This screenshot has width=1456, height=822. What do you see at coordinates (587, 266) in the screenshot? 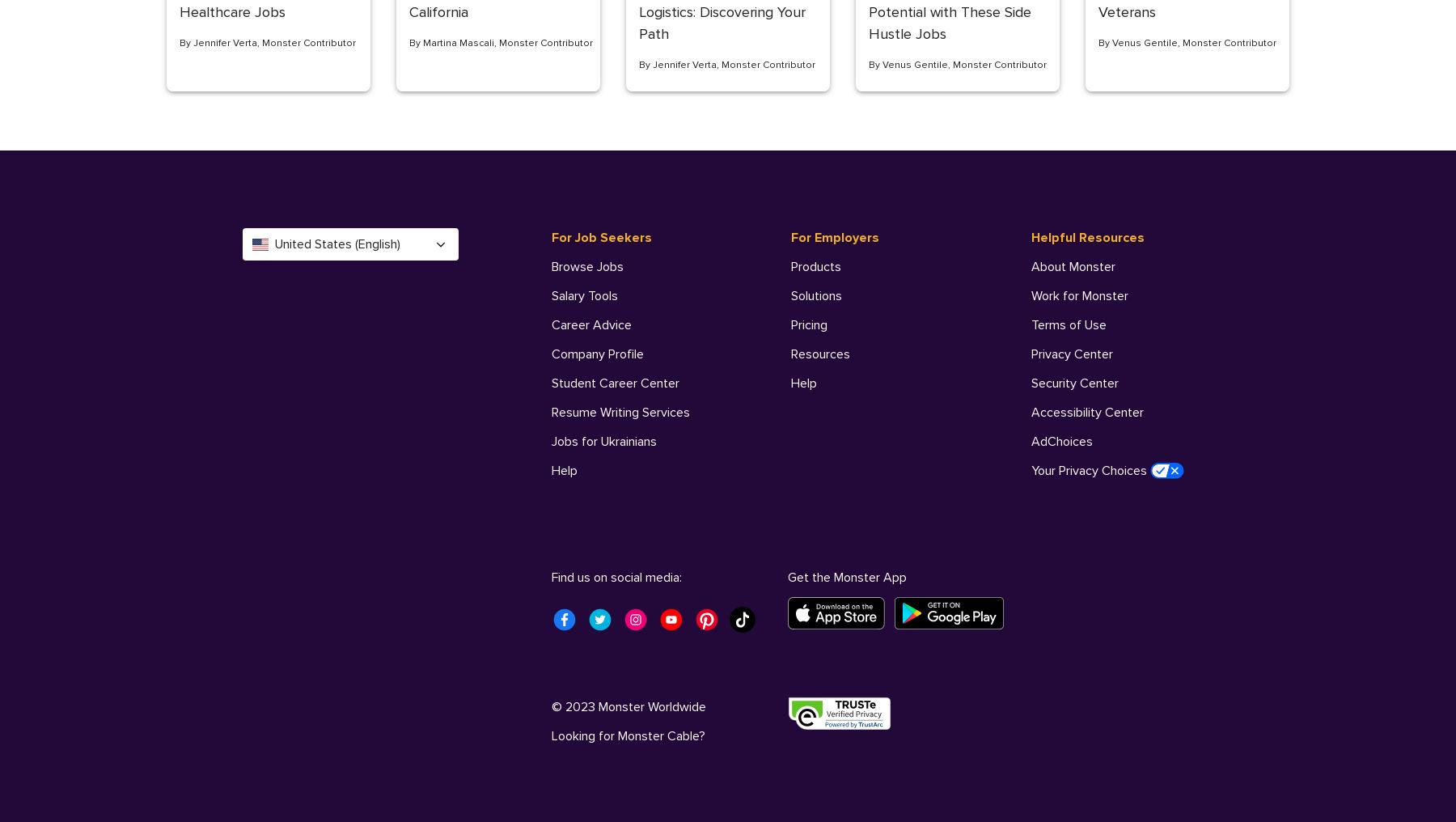
I see `'Browse Jobs'` at bounding box center [587, 266].